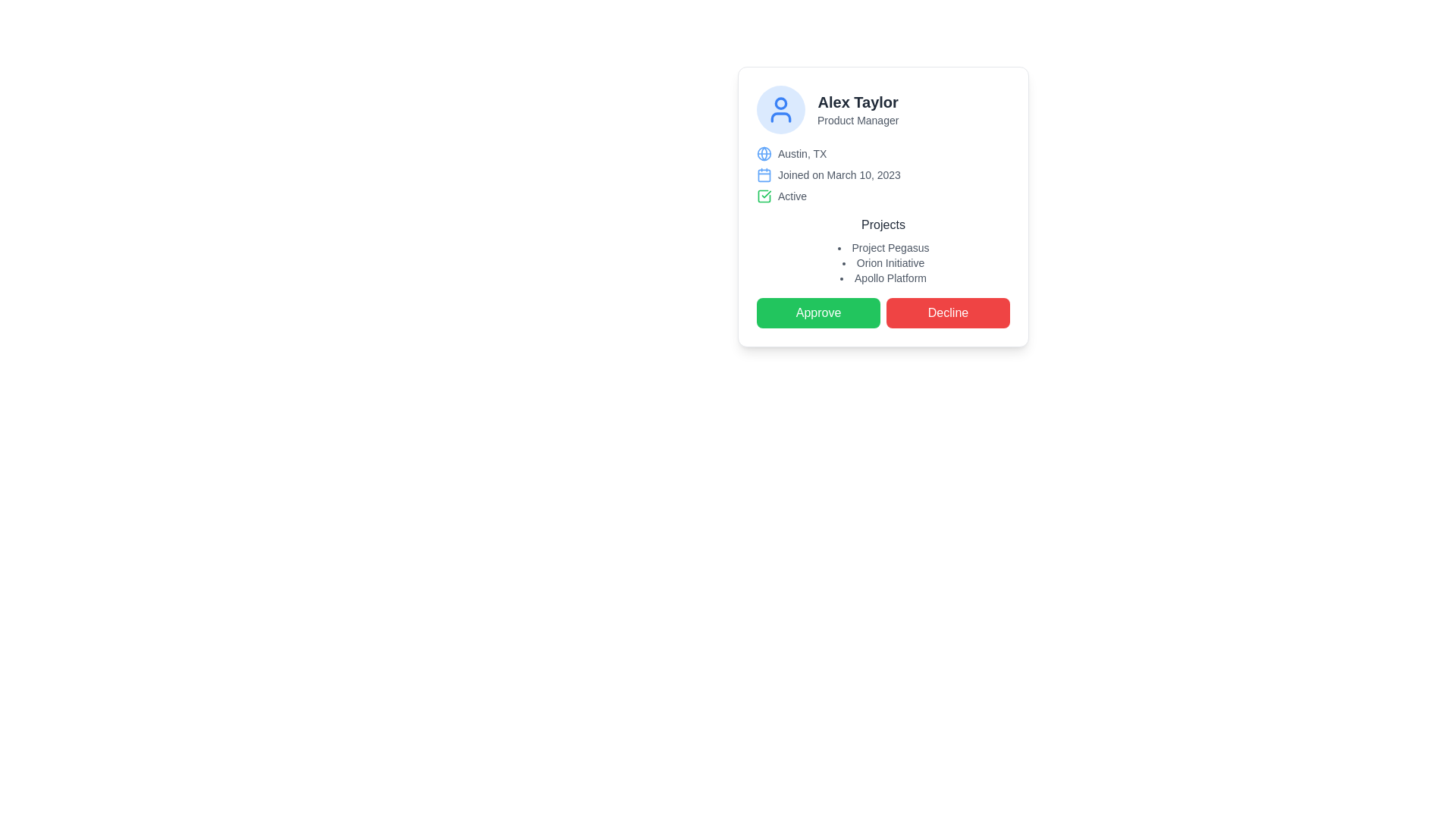 The height and width of the screenshot is (819, 1456). I want to click on details displayed in the 'Projects' Text Display element, which includes the title and the list of project entries, so click(883, 250).